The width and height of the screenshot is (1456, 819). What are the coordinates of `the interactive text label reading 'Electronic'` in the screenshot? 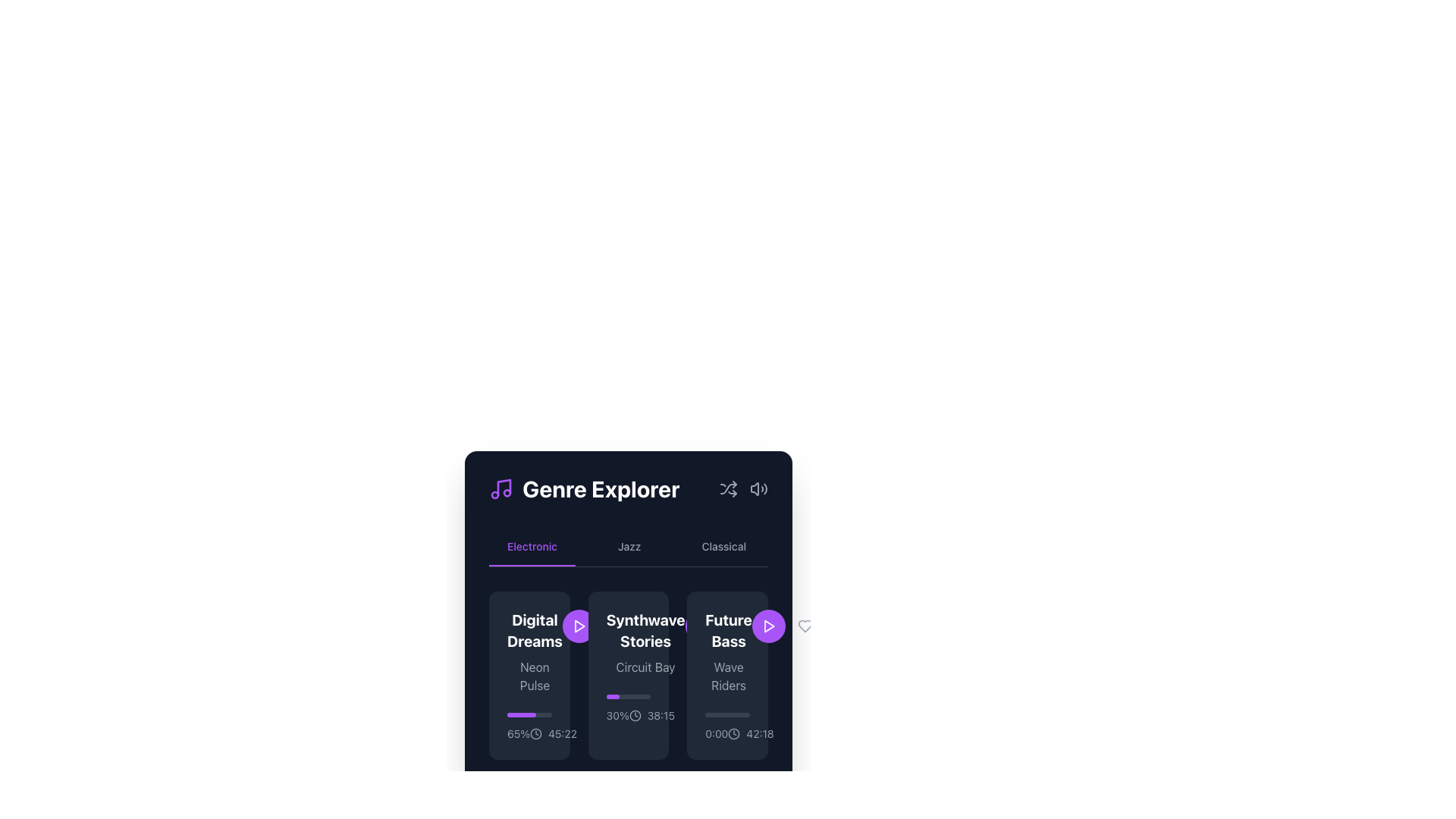 It's located at (532, 547).